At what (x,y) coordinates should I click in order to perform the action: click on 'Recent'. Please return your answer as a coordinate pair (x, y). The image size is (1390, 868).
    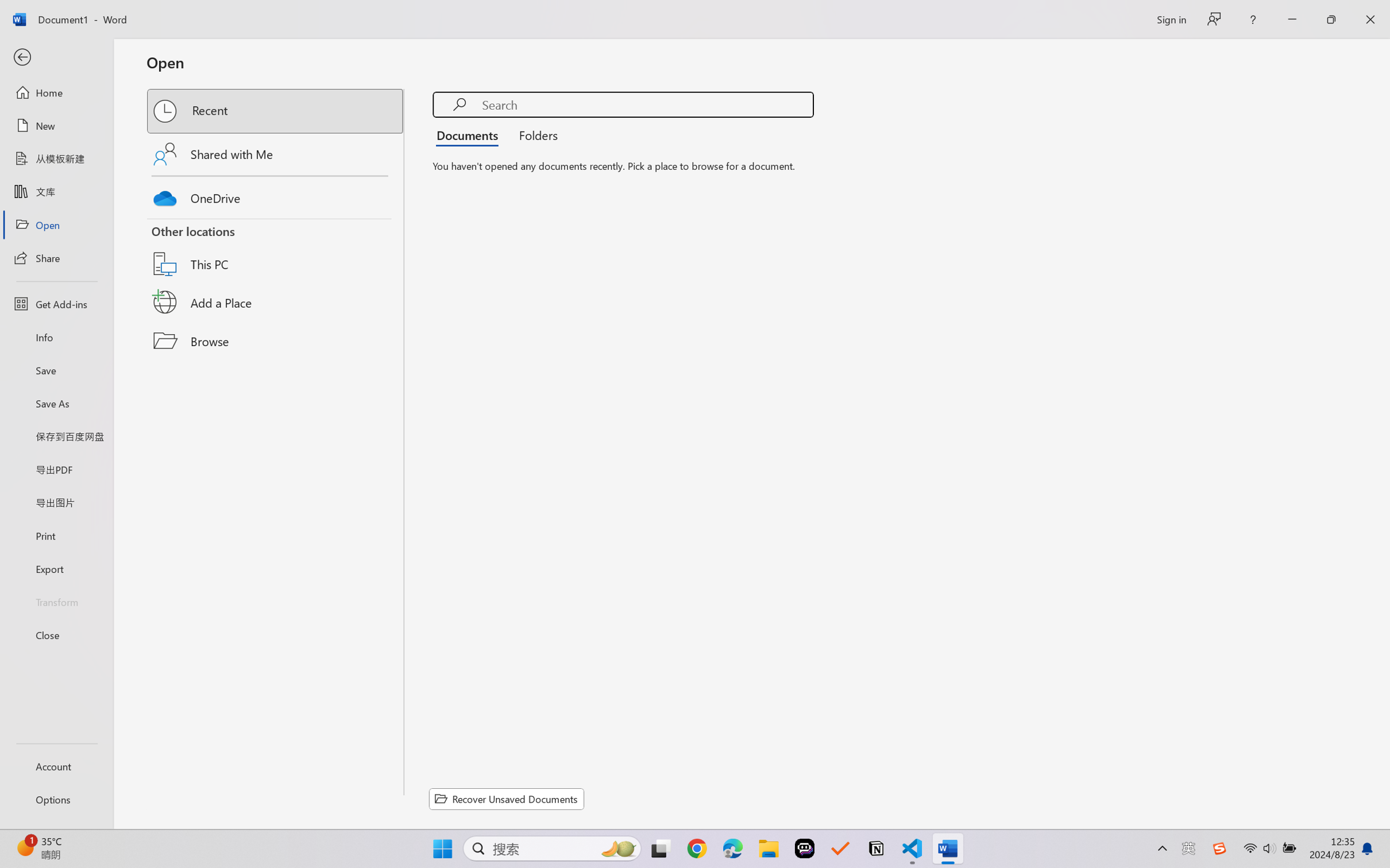
    Looking at the image, I should click on (276, 110).